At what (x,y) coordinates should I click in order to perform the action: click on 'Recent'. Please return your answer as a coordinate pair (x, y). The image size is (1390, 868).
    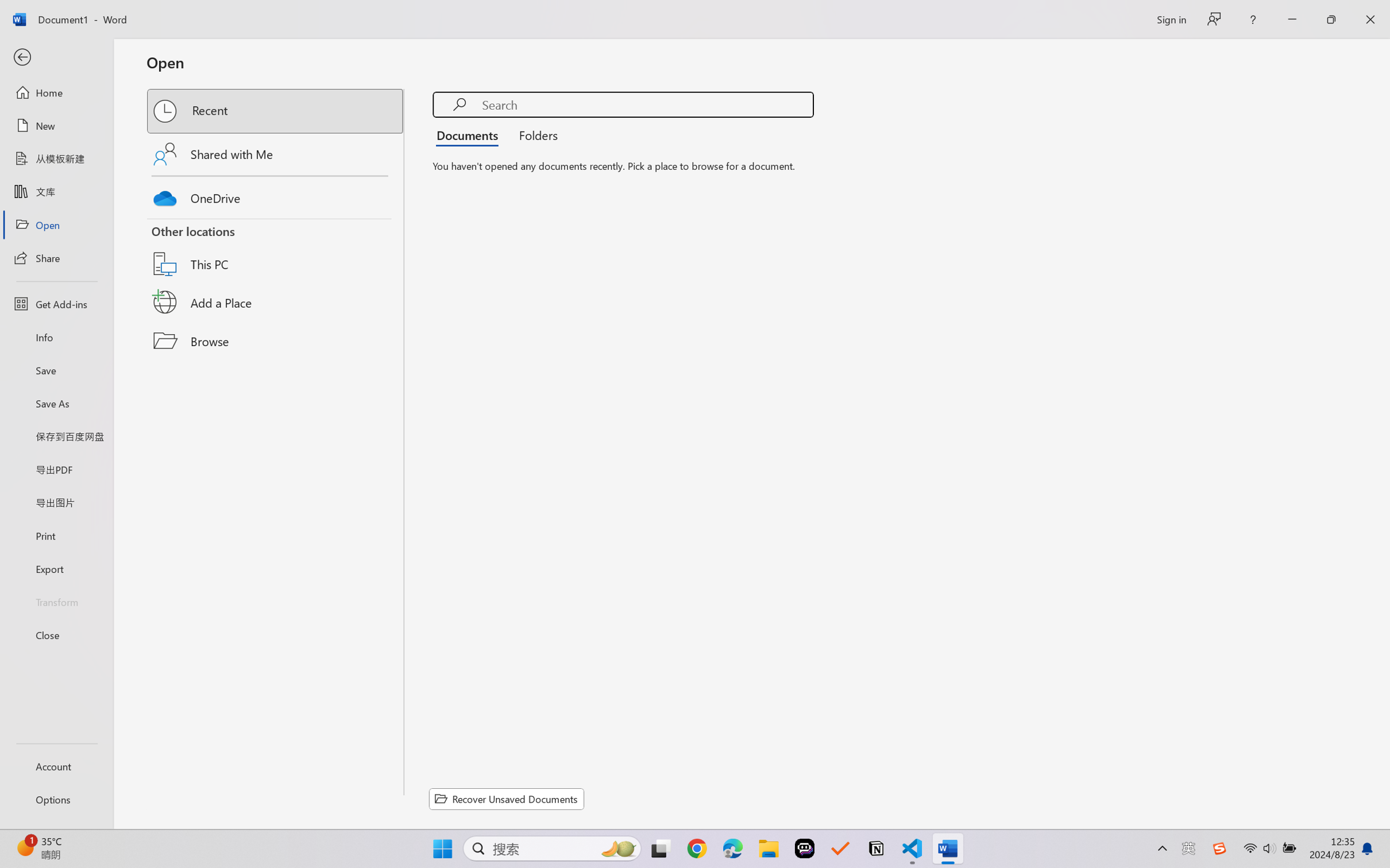
    Looking at the image, I should click on (276, 110).